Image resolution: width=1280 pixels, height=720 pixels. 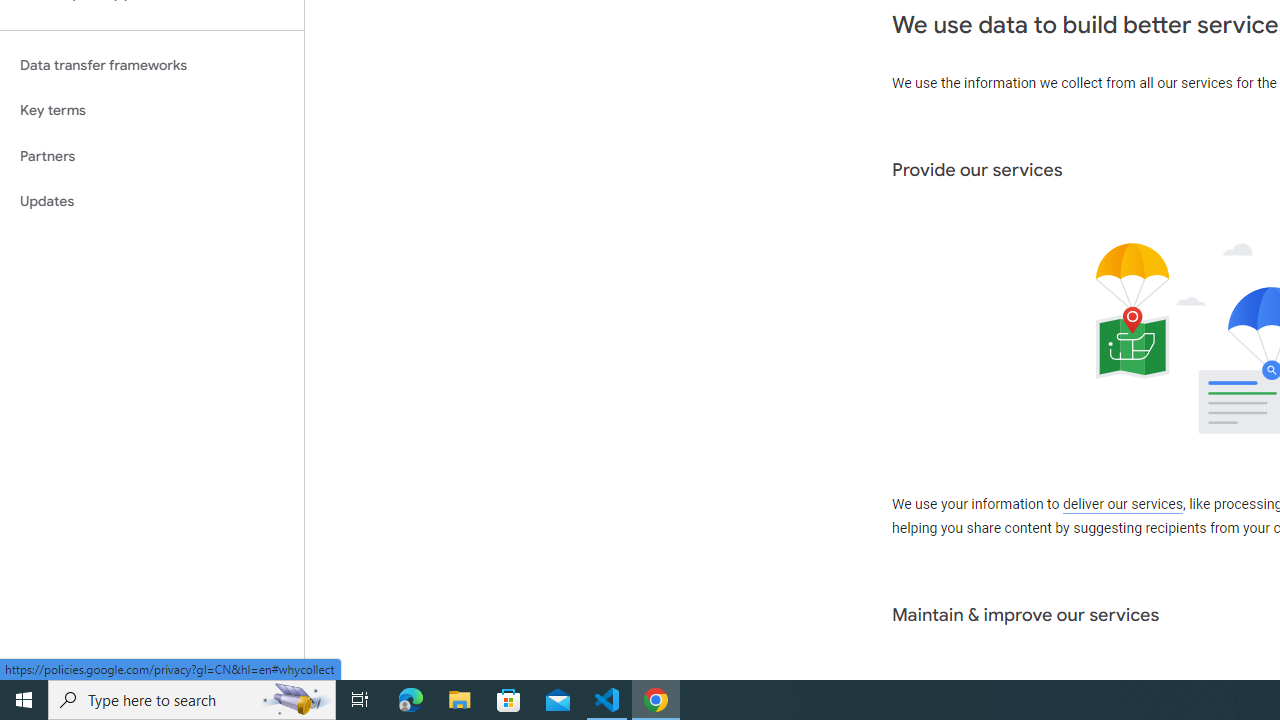 What do you see at coordinates (1122, 504) in the screenshot?
I see `'deliver our services'` at bounding box center [1122, 504].